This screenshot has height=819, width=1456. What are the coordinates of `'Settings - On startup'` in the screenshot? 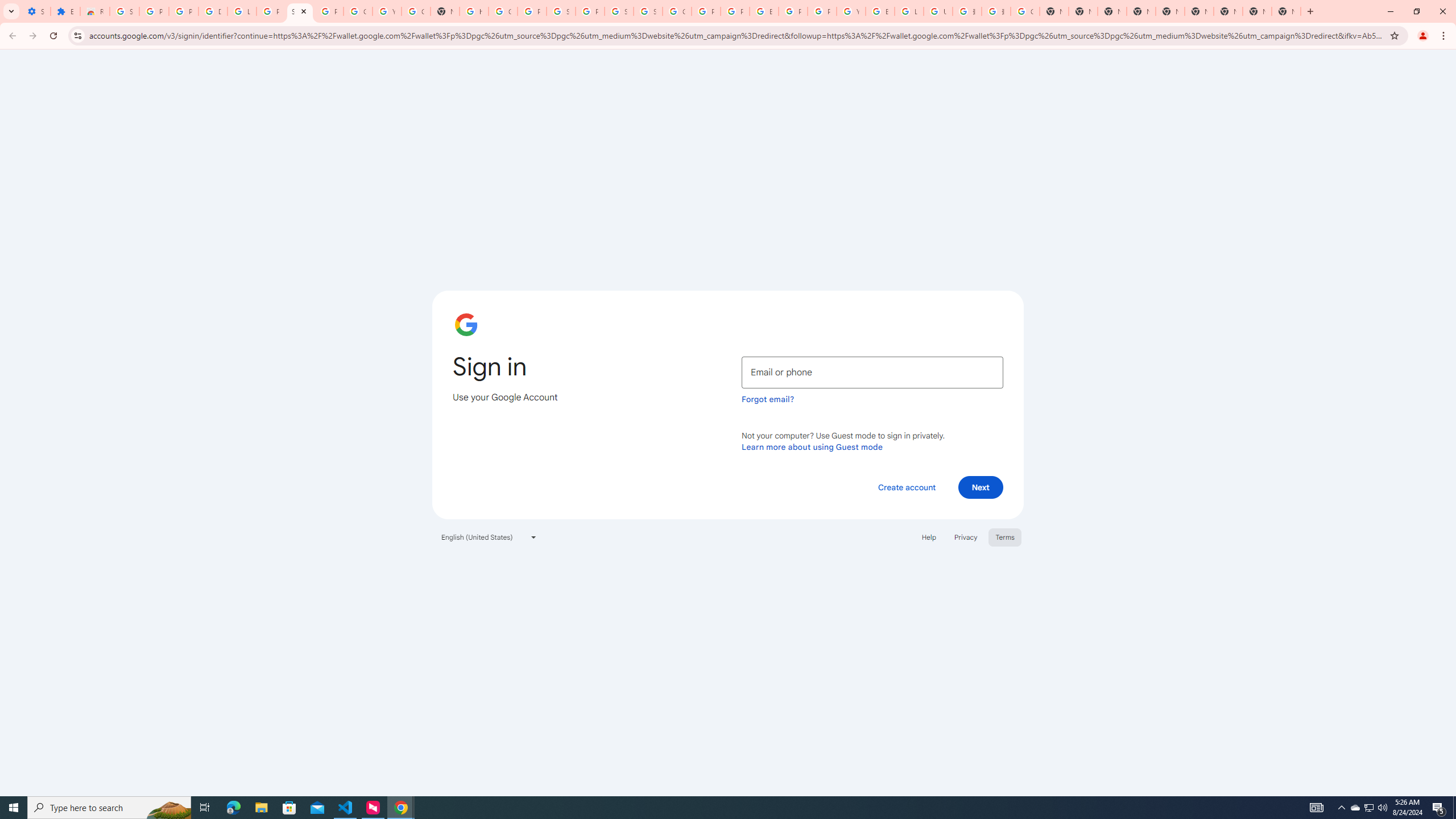 It's located at (35, 11).